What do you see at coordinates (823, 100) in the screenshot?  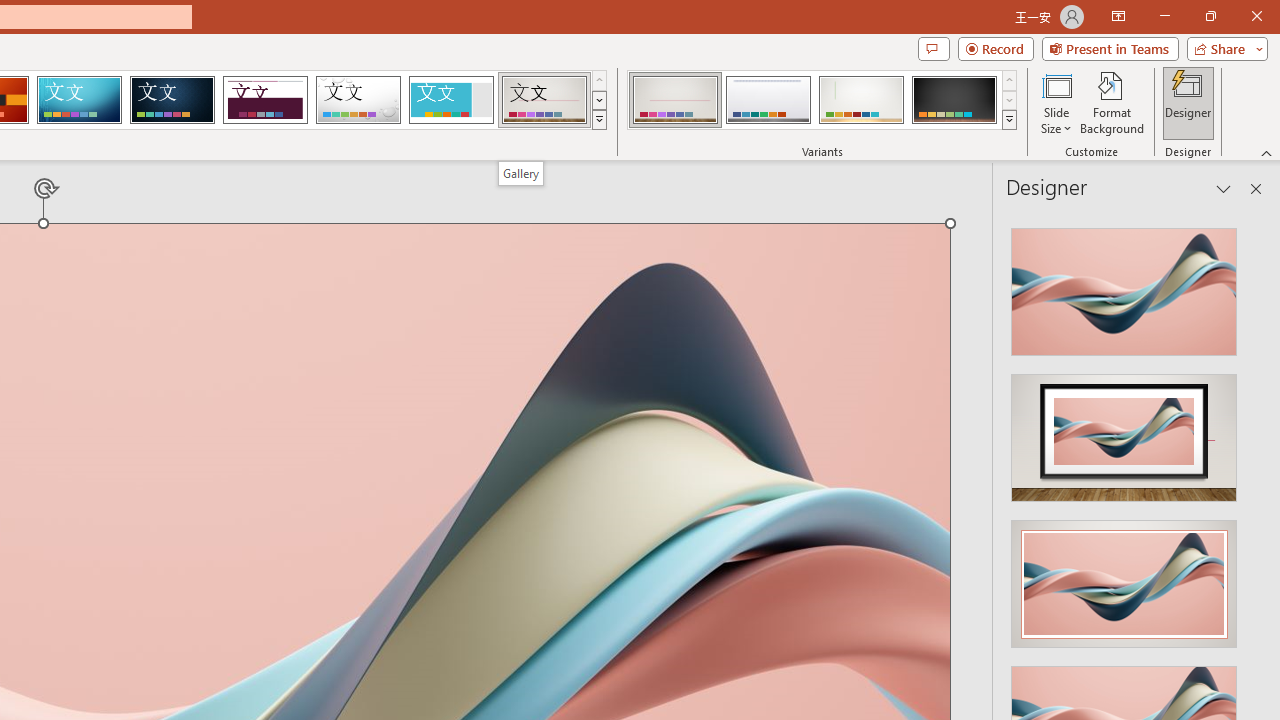 I see `'AutomationID: ThemeVariantsGallery'` at bounding box center [823, 100].